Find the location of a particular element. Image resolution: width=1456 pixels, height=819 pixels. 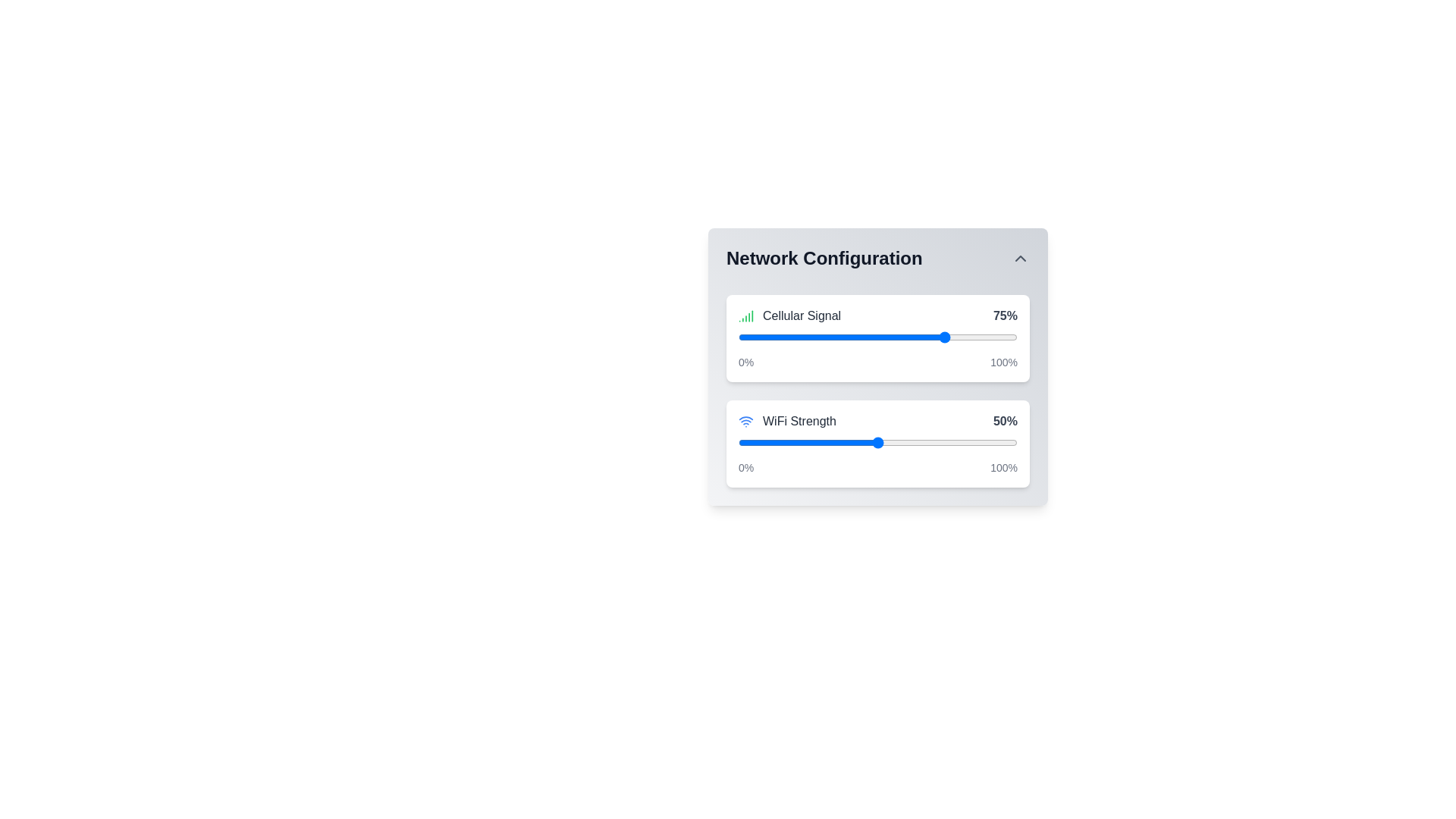

the cellular signal strength is located at coordinates (752, 336).